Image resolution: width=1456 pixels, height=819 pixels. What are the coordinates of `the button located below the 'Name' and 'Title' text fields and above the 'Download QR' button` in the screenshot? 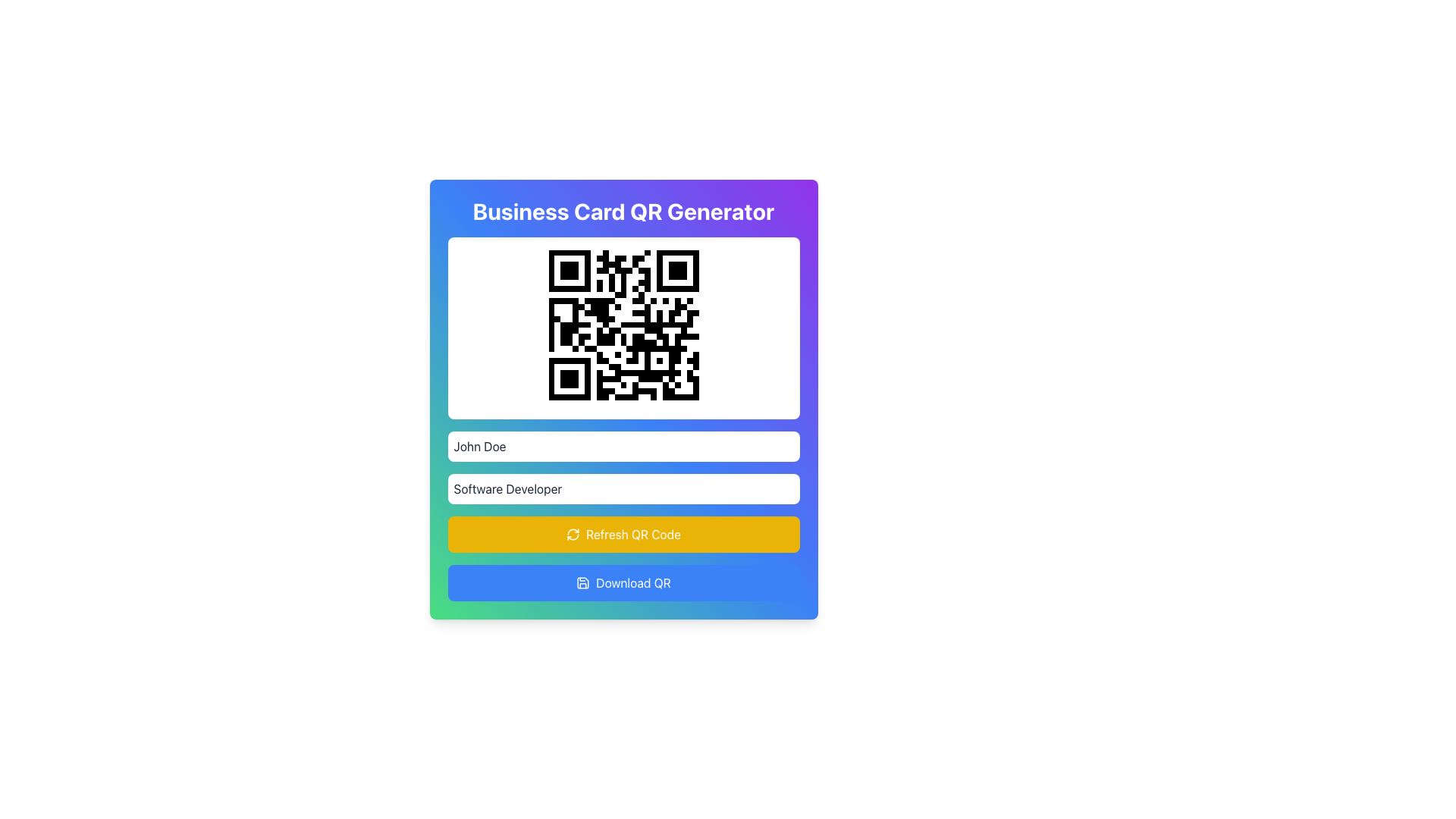 It's located at (623, 534).